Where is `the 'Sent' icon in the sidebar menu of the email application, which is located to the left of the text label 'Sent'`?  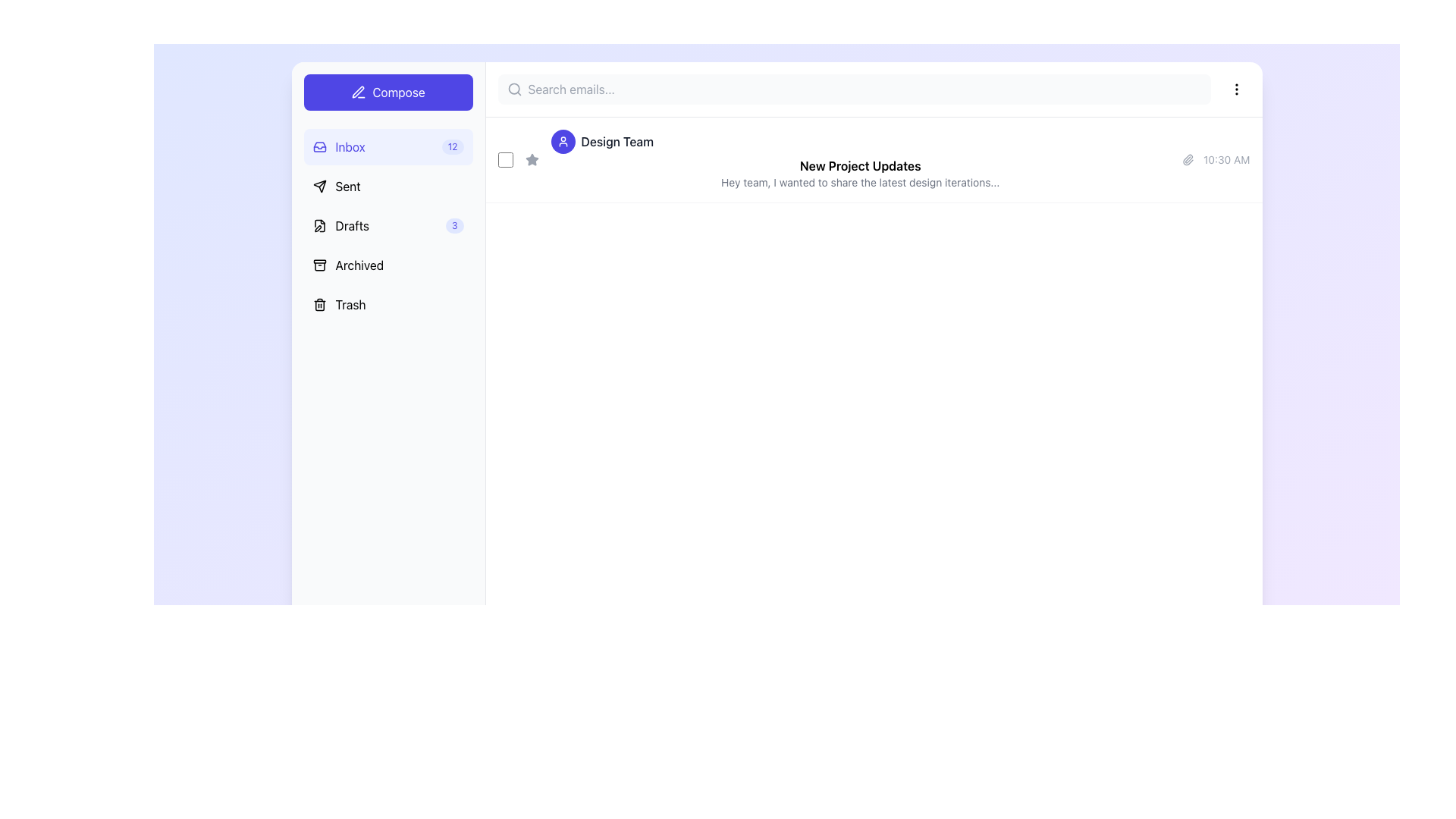
the 'Sent' icon in the sidebar menu of the email application, which is located to the left of the text label 'Sent' is located at coordinates (318, 186).